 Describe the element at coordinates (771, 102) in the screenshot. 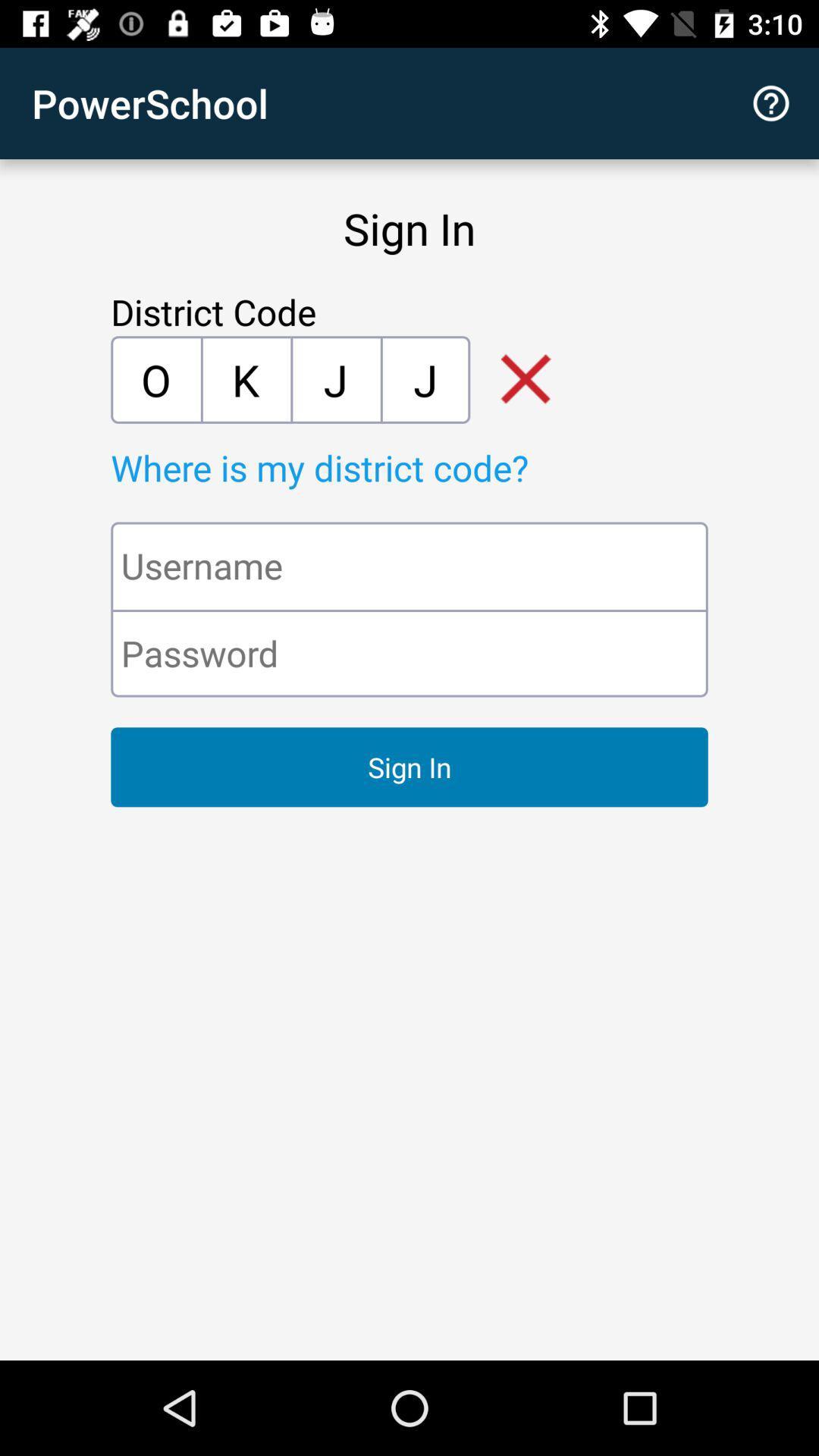

I see `icon above sign in item` at that location.